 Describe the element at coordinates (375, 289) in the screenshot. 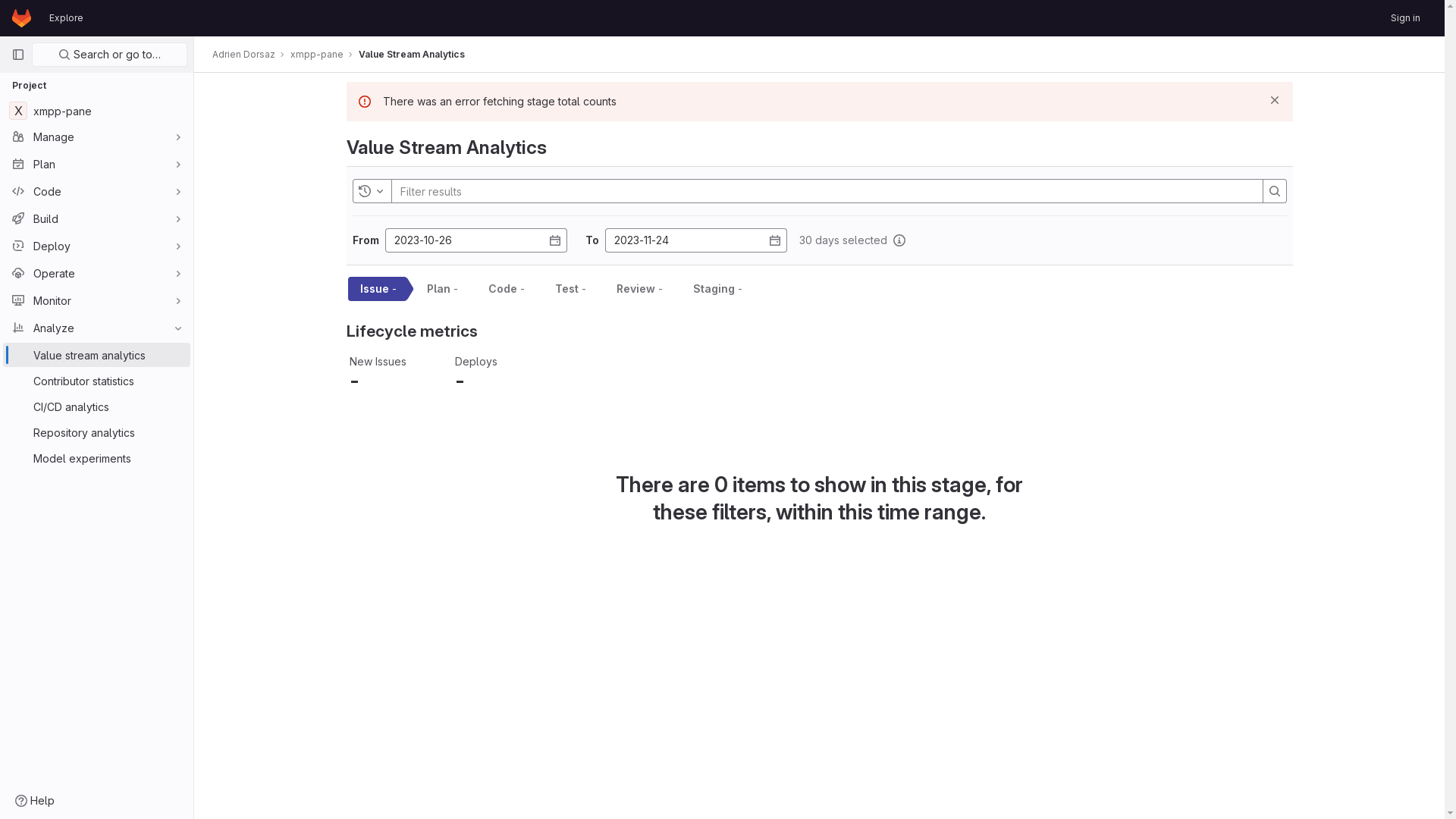

I see `'Issue` at that location.